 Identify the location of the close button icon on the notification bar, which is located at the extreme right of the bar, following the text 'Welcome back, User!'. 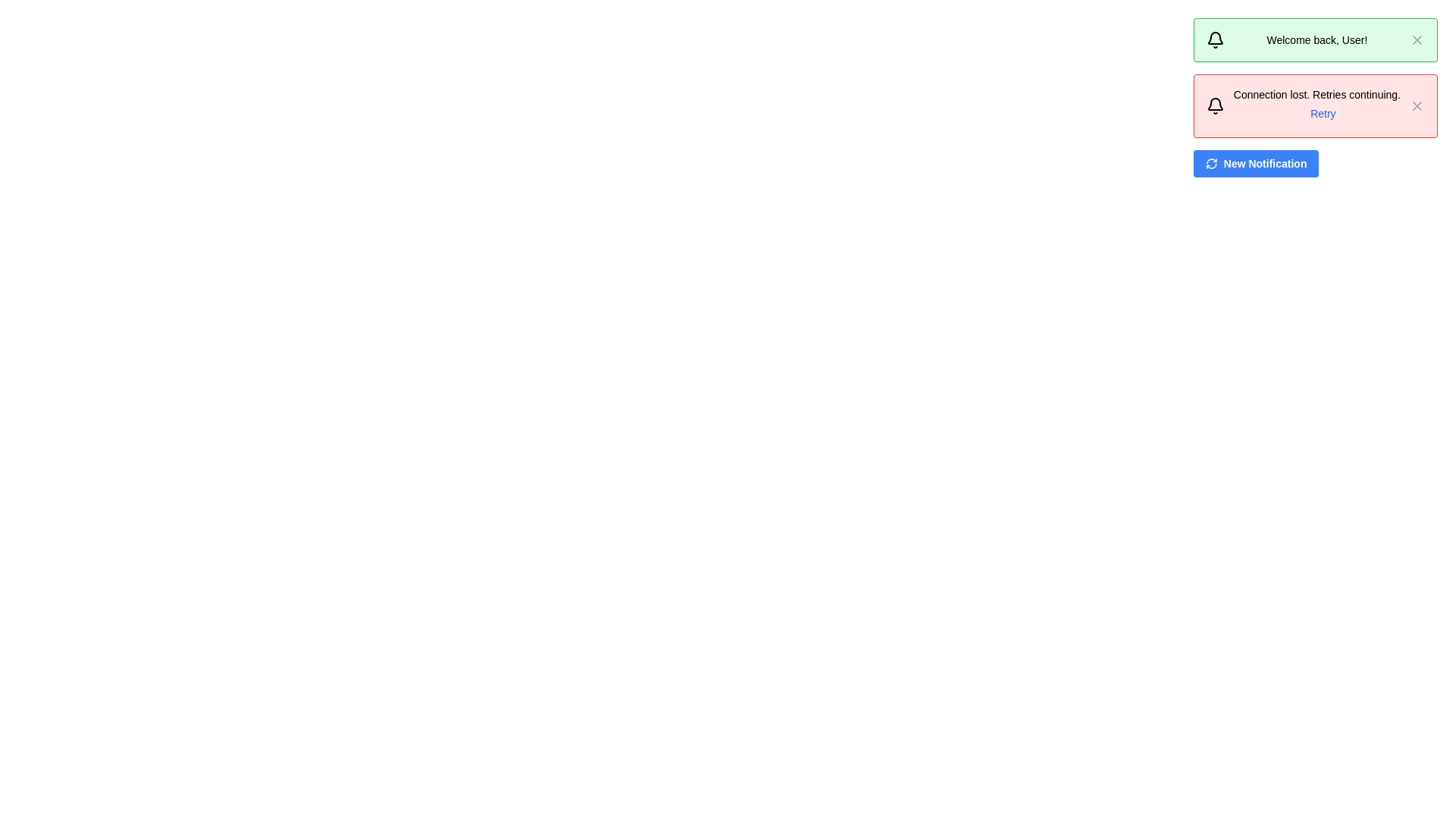
(1416, 39).